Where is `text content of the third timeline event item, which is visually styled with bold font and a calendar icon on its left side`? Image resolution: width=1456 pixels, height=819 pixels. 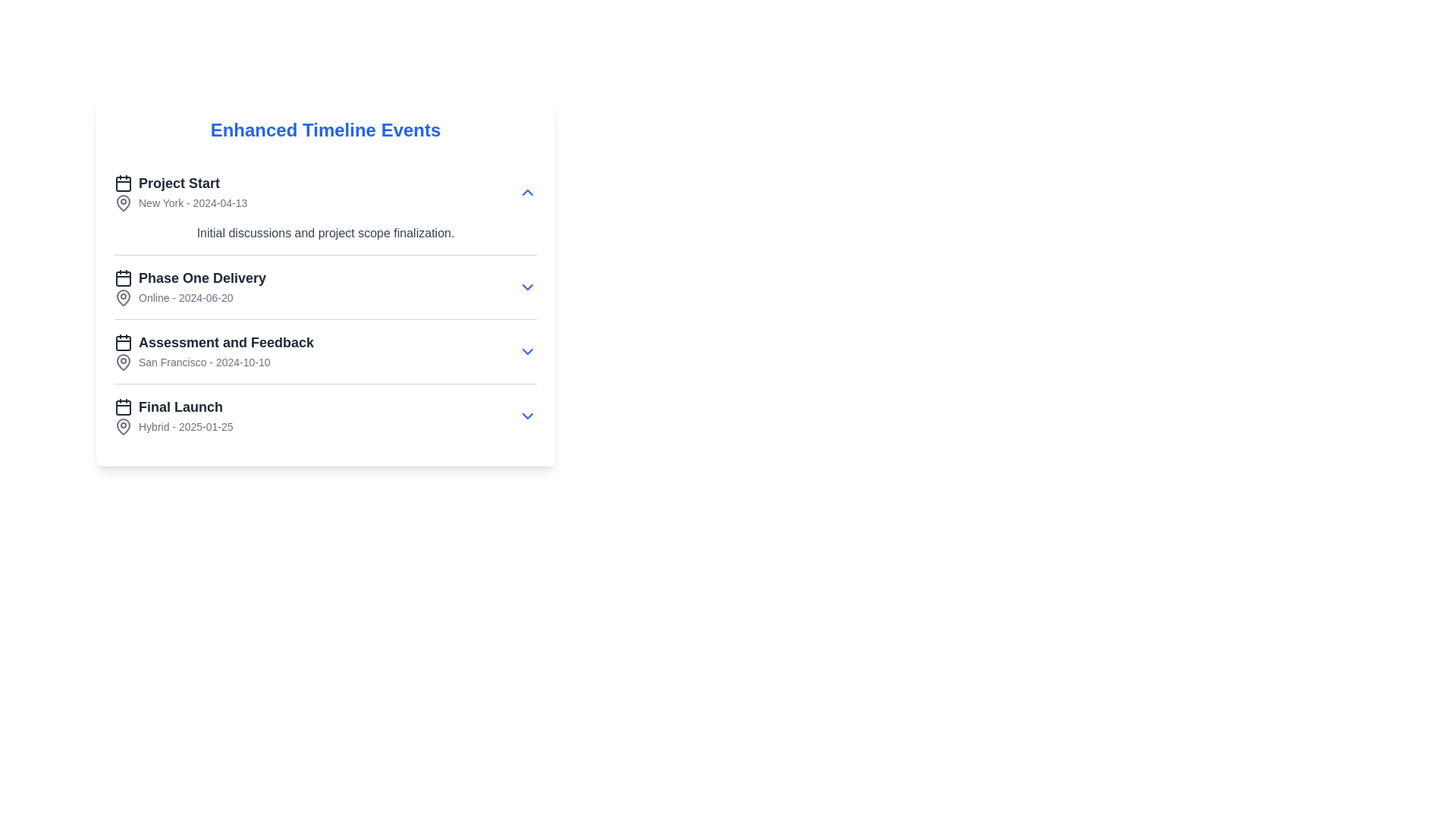
text content of the third timeline event item, which is visually styled with bold font and a calendar icon on its left side is located at coordinates (213, 342).